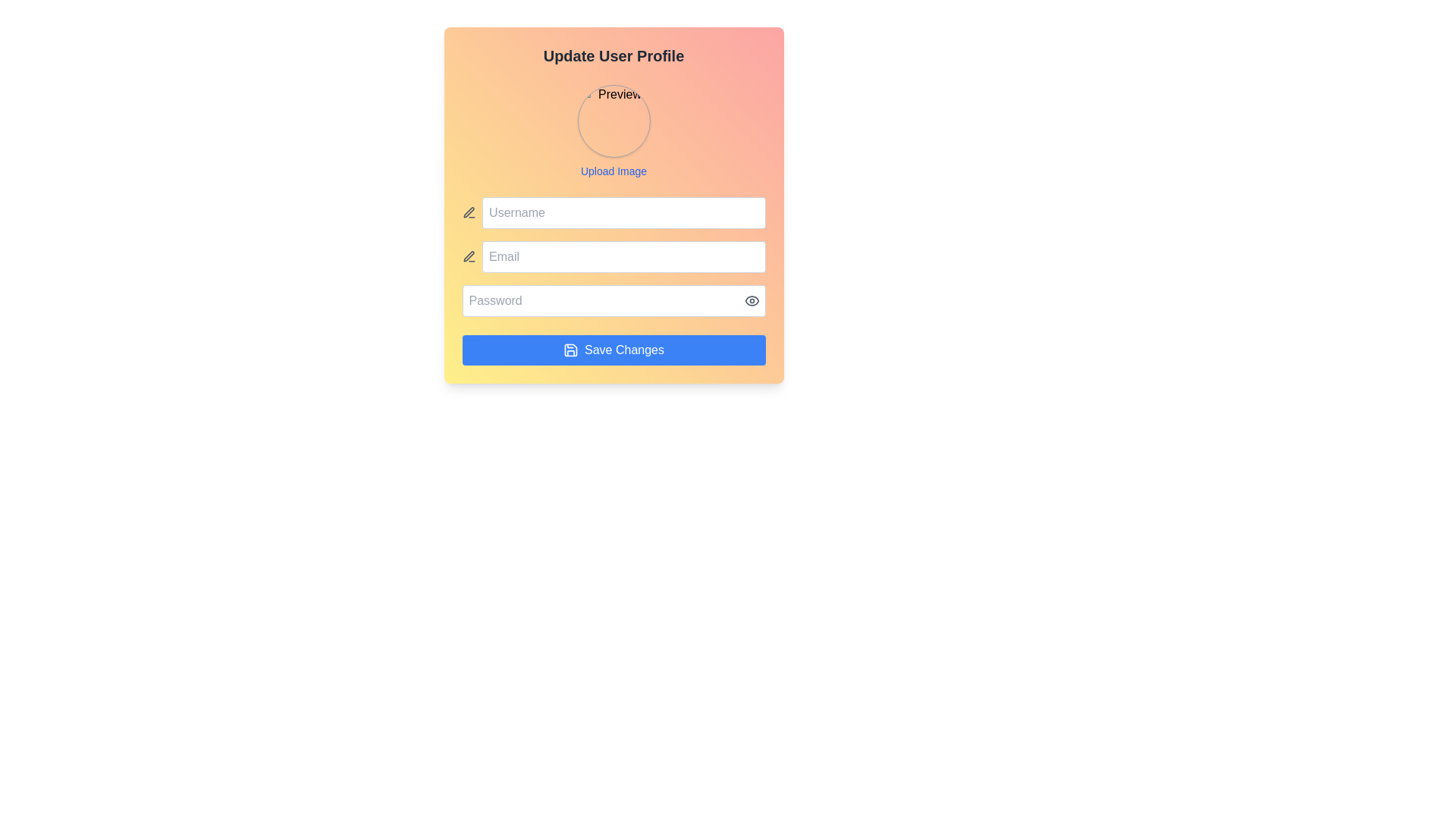 The image size is (1456, 819). Describe the element at coordinates (570, 350) in the screenshot. I see `the save icon resembling a floppy disk, which is styled in blue and white, located within the 'Save Changes' button, positioned towards the left of the button's text` at that location.